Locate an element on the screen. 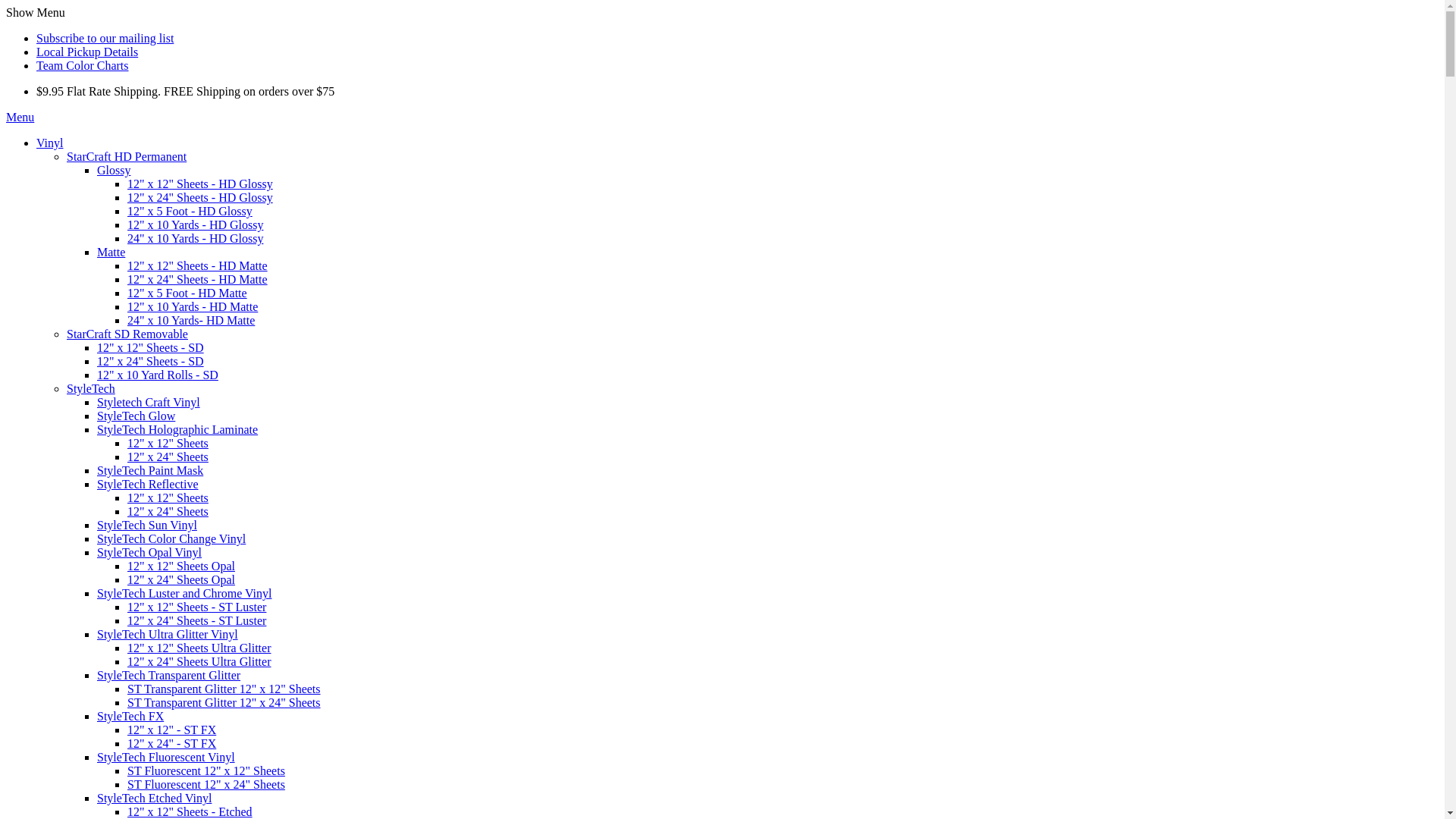 This screenshot has width=1456, height=819. '12" x 12" Sheets - HD Glossy' is located at coordinates (199, 183).